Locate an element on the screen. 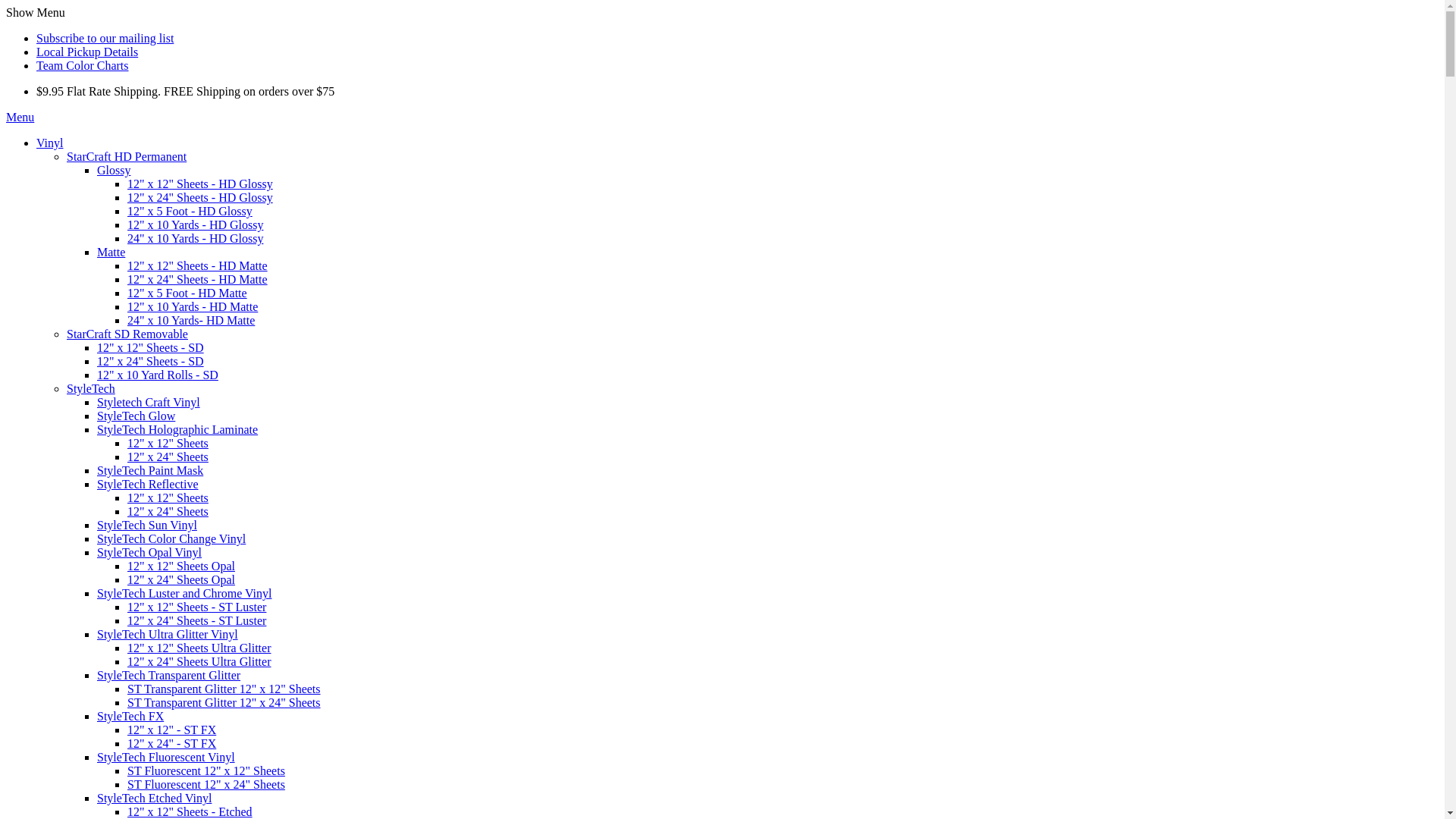 This screenshot has width=1456, height=819. '12" x 12" Sheets - HD Glossy' is located at coordinates (199, 183).